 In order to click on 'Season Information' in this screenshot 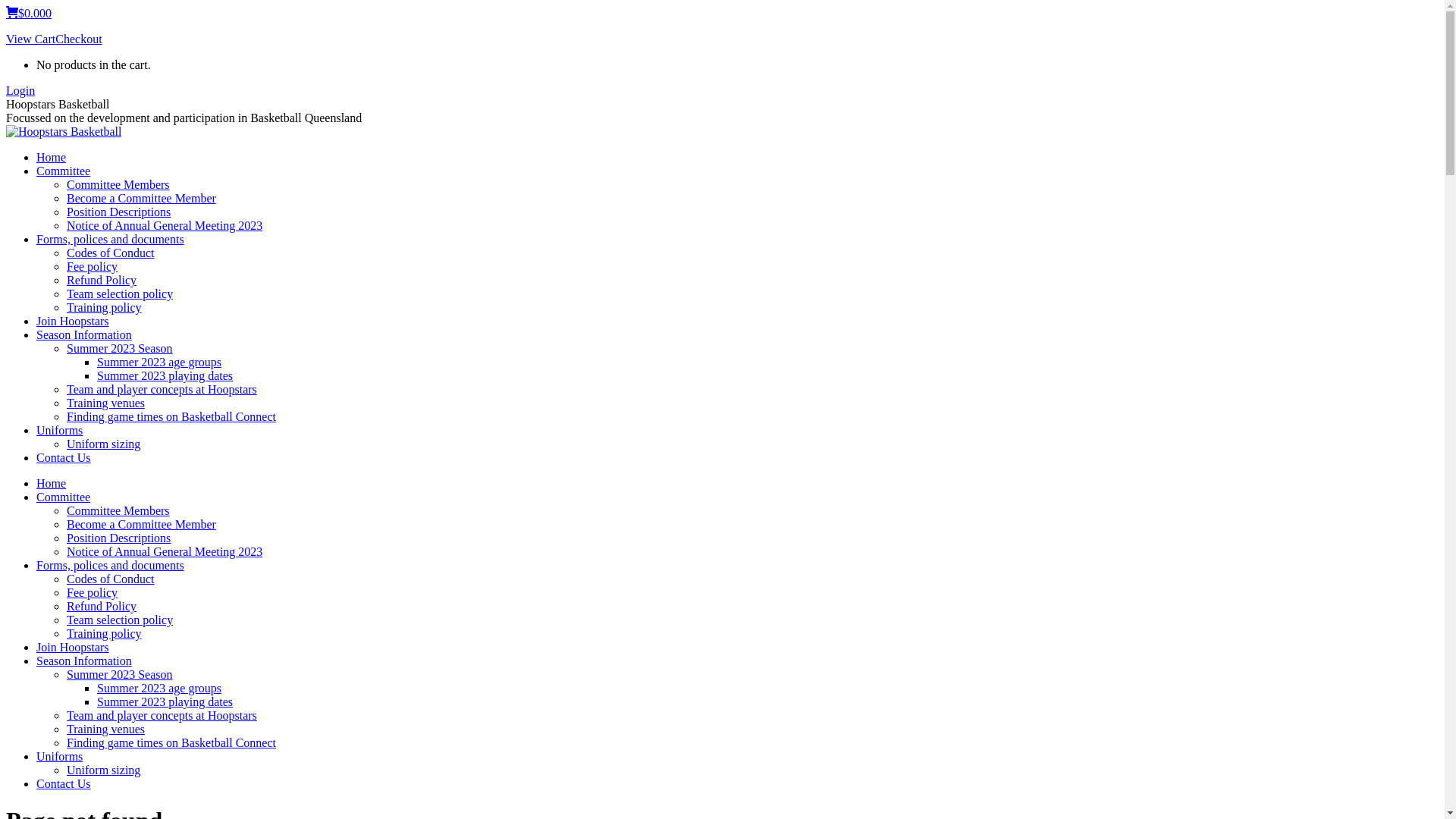, I will do `click(83, 334)`.